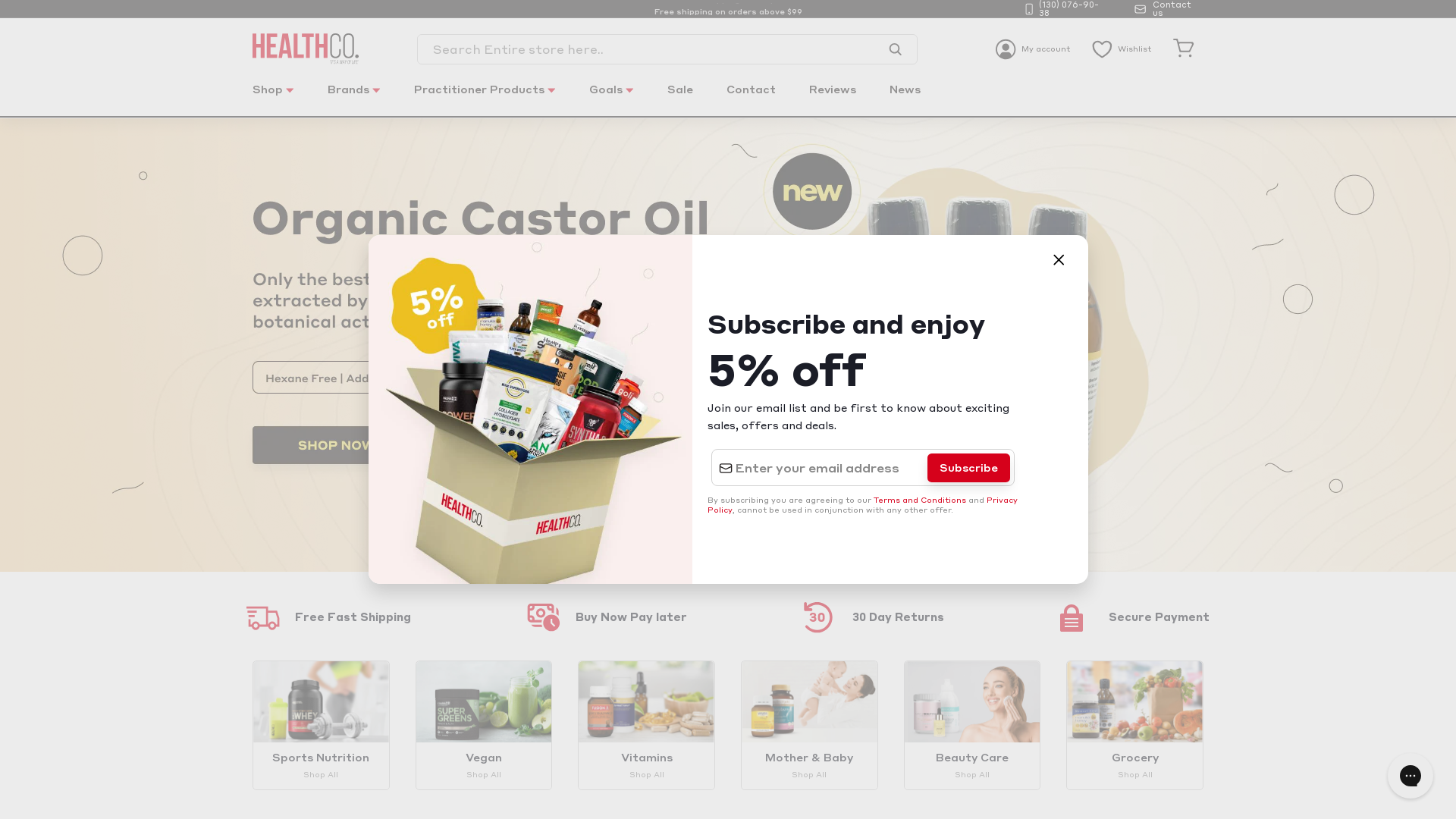 This screenshot has height=819, width=1456. I want to click on 'Practitioner Products', so click(484, 98).